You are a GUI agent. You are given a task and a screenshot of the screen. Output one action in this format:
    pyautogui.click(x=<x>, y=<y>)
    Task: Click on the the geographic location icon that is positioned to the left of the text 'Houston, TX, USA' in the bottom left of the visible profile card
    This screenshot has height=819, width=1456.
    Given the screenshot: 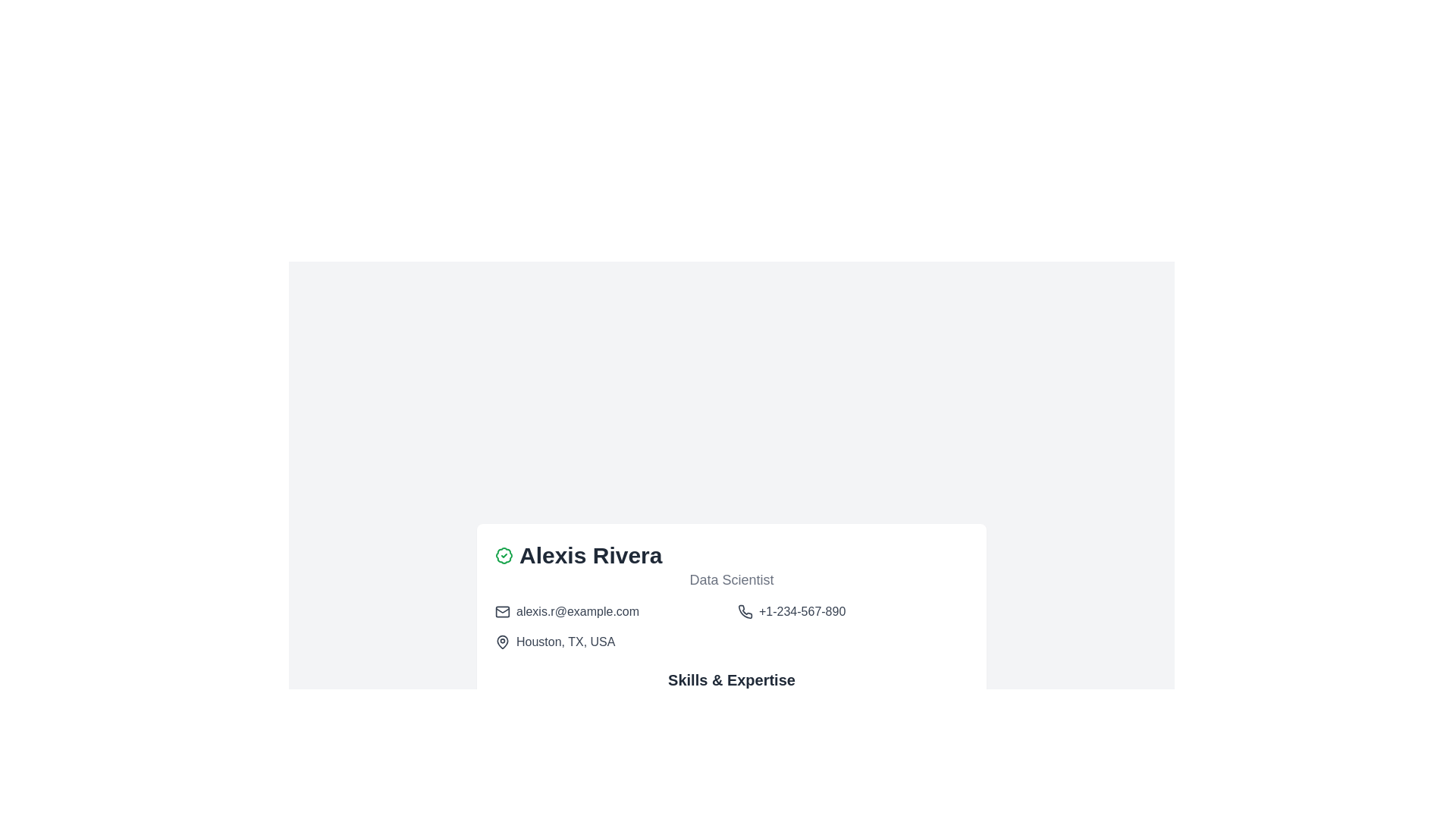 What is the action you would take?
    pyautogui.click(x=502, y=642)
    